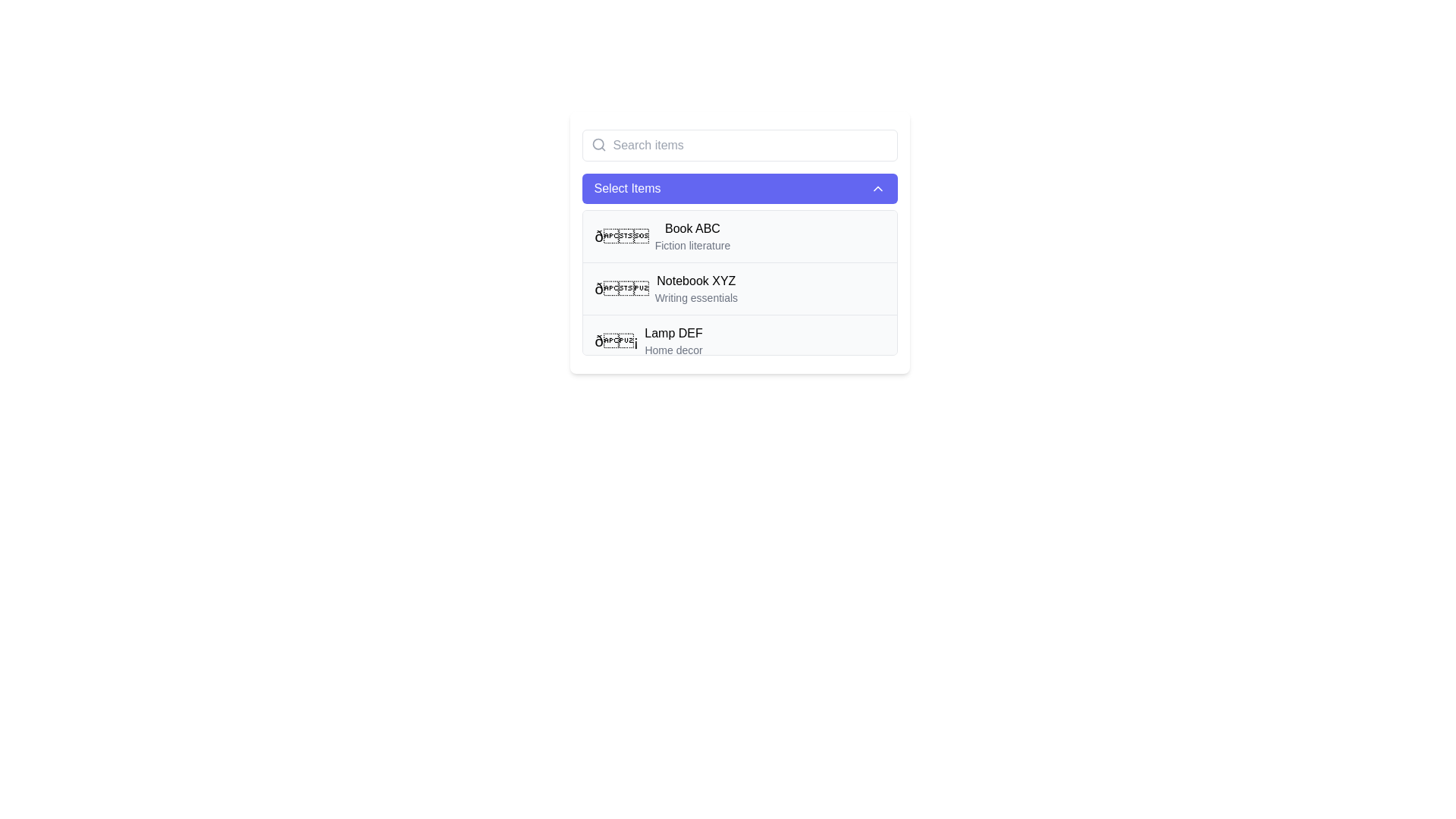  Describe the element at coordinates (598, 145) in the screenshot. I see `the search icon positioned inside the search bar input field on the left side, which serves as a visual indicator for the search functionality` at that location.